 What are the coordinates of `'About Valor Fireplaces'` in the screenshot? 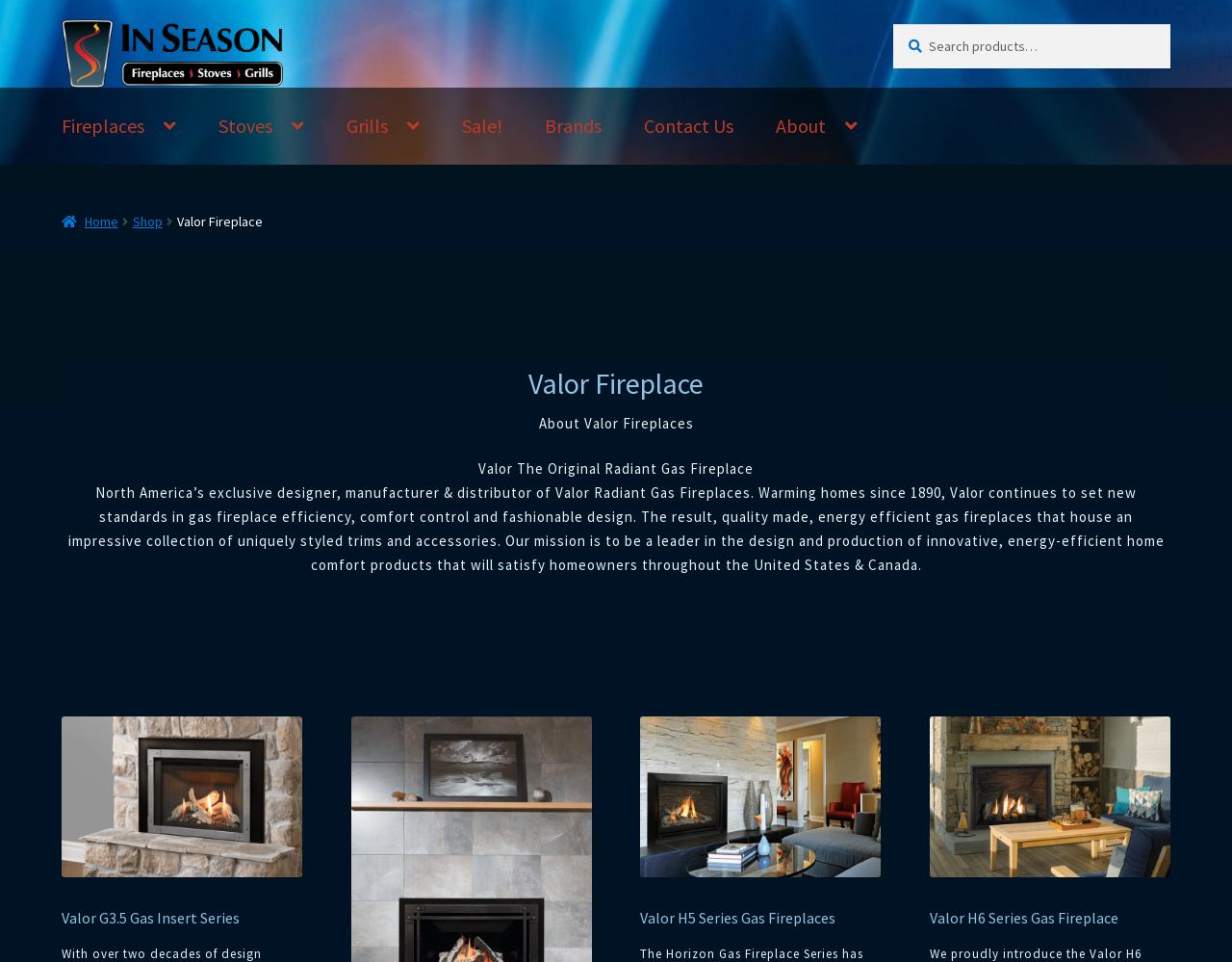 It's located at (614, 422).